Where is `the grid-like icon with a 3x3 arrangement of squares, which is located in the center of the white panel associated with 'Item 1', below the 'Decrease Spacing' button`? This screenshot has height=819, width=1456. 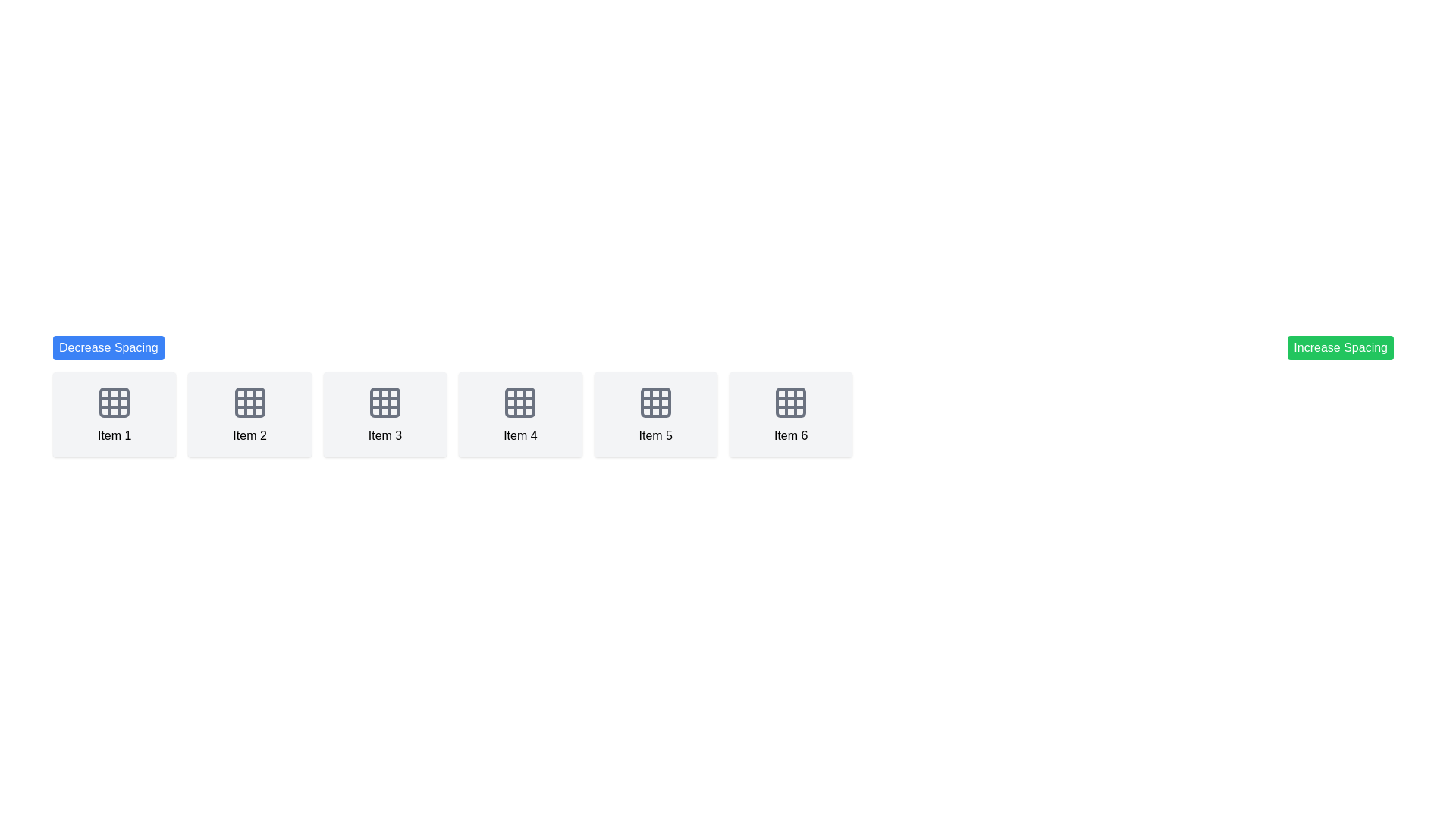
the grid-like icon with a 3x3 arrangement of squares, which is located in the center of the white panel associated with 'Item 1', below the 'Decrease Spacing' button is located at coordinates (114, 402).